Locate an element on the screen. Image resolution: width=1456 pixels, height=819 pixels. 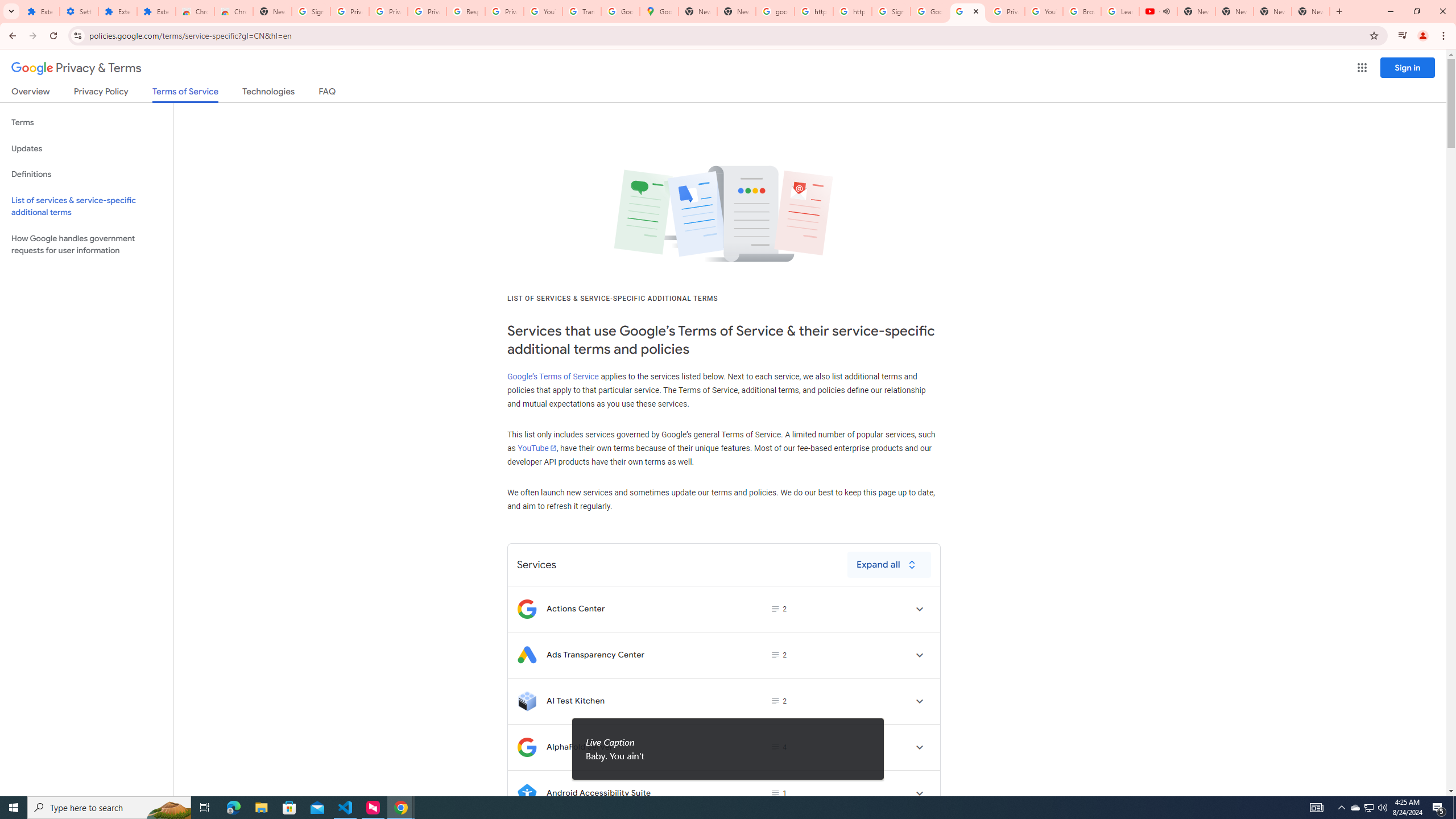
'Chrome Web Store - Themes' is located at coordinates (233, 11).